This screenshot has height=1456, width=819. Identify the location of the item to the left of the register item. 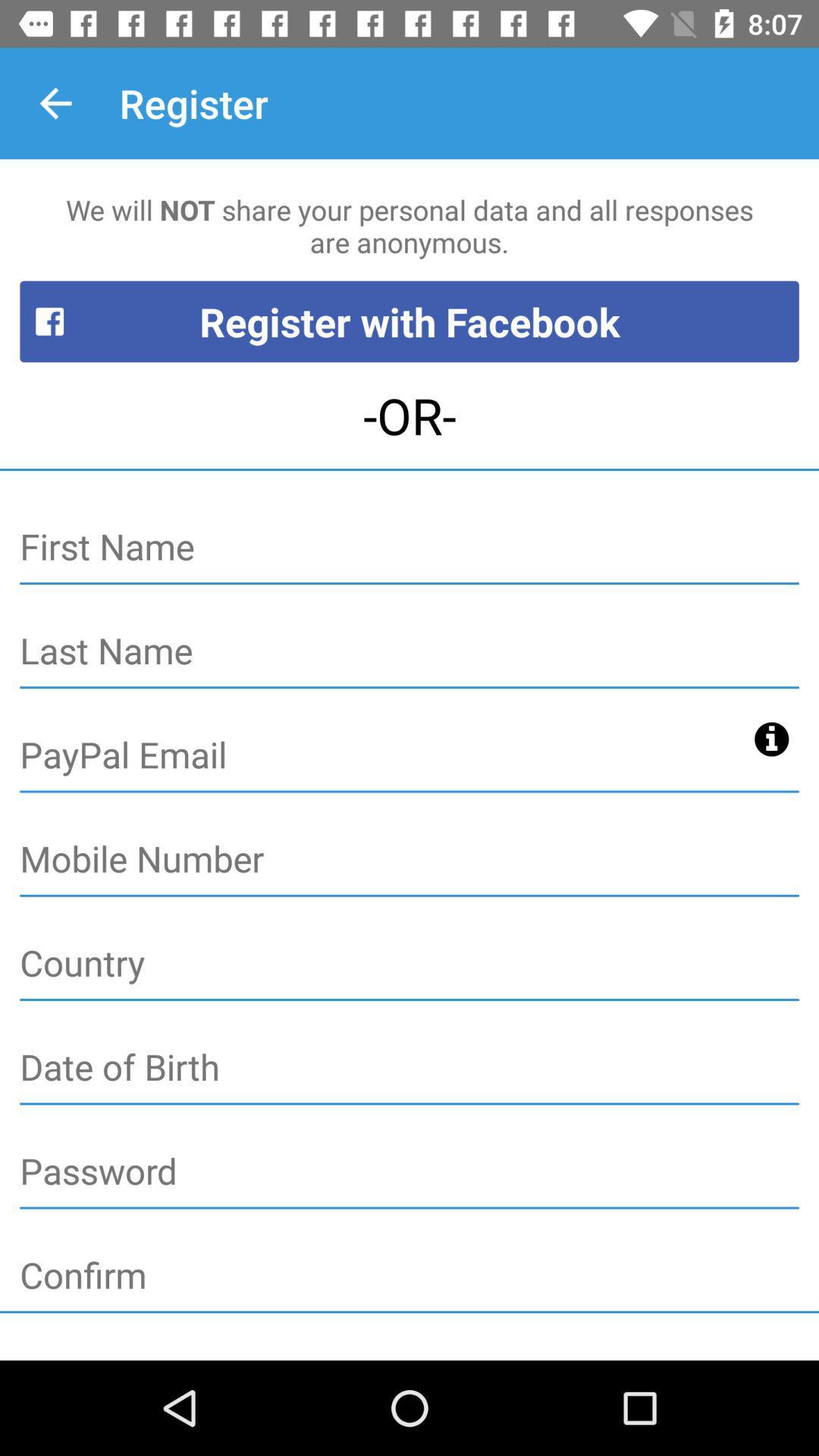
(55, 102).